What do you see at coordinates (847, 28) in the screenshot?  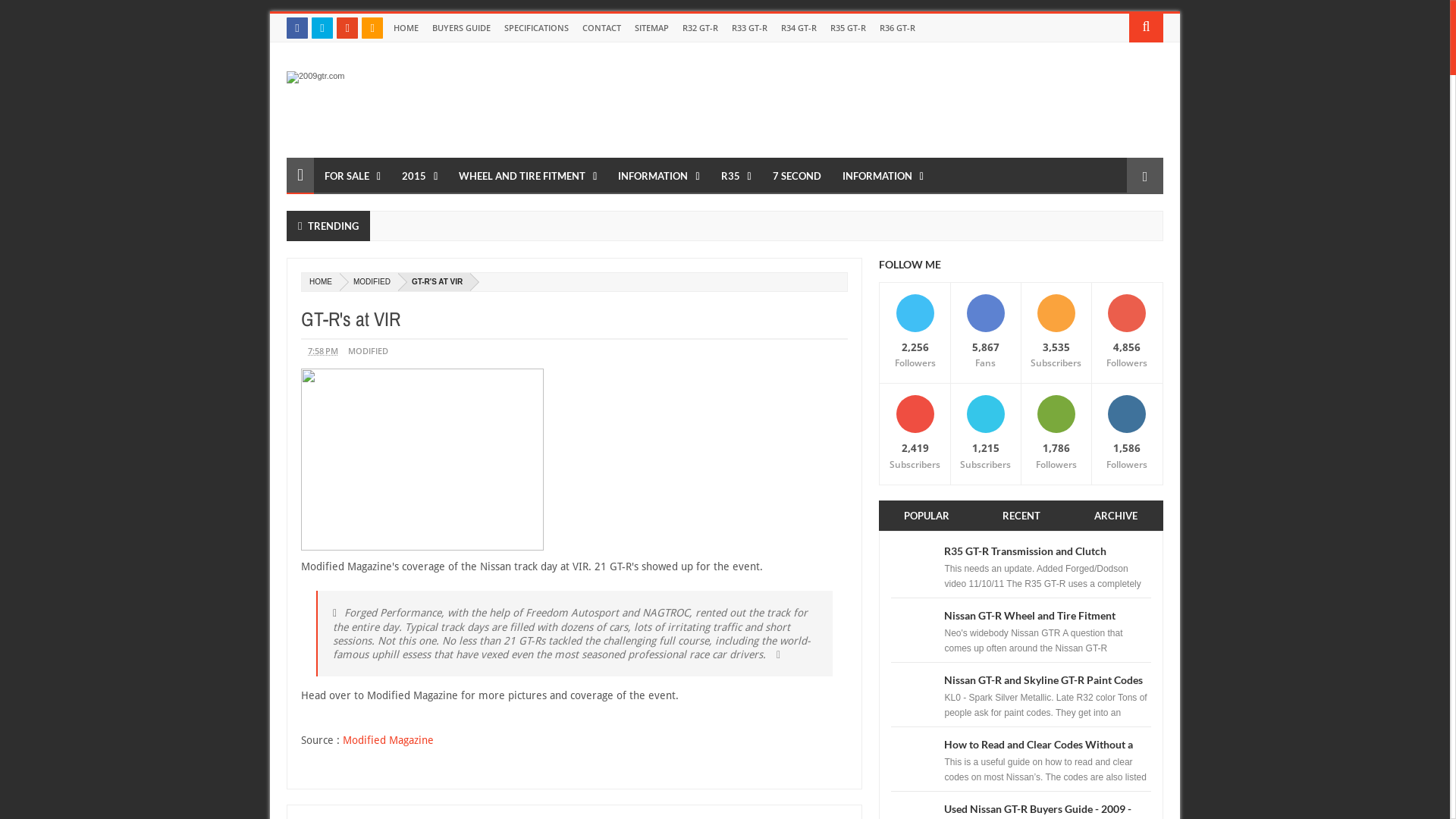 I see `'R35 GT-R'` at bounding box center [847, 28].